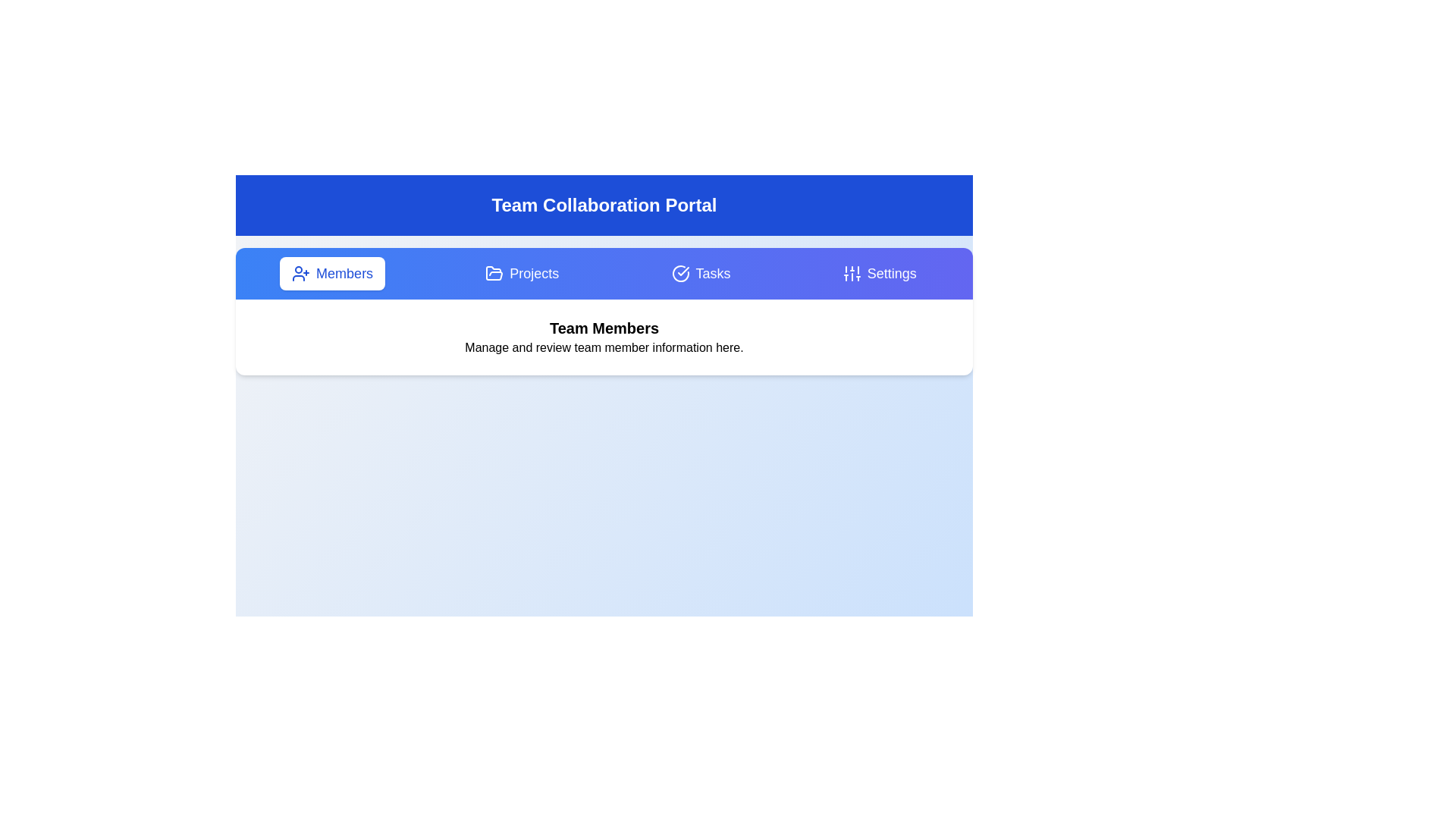  What do you see at coordinates (603, 205) in the screenshot?
I see `the static text element that serves as the title or header for the portal interface, which is centrally aligned within a horizontal dark blue bar at the top of the application` at bounding box center [603, 205].